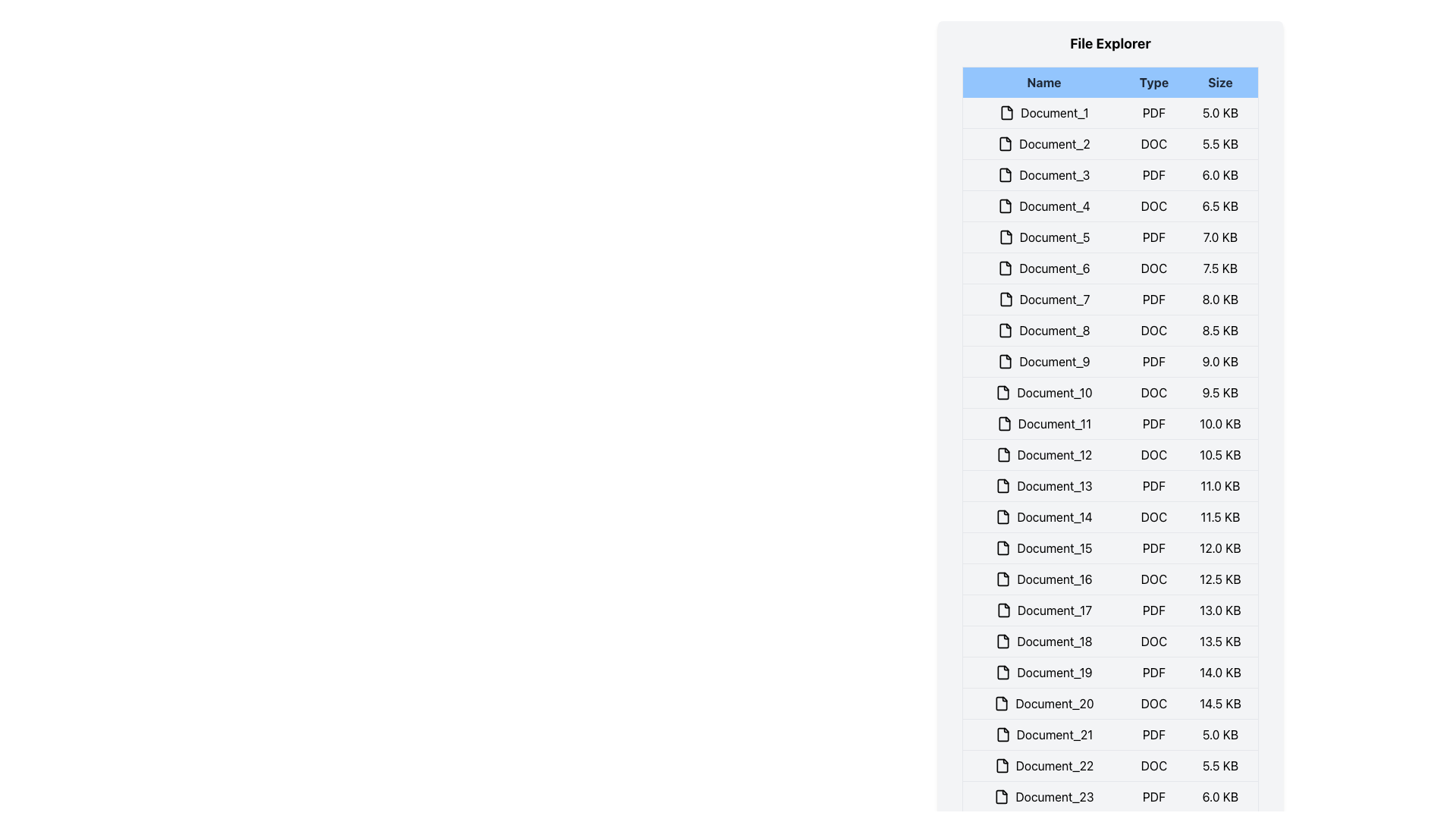  Describe the element at coordinates (1043, 704) in the screenshot. I see `the file entry named 'Document_20'` at that location.